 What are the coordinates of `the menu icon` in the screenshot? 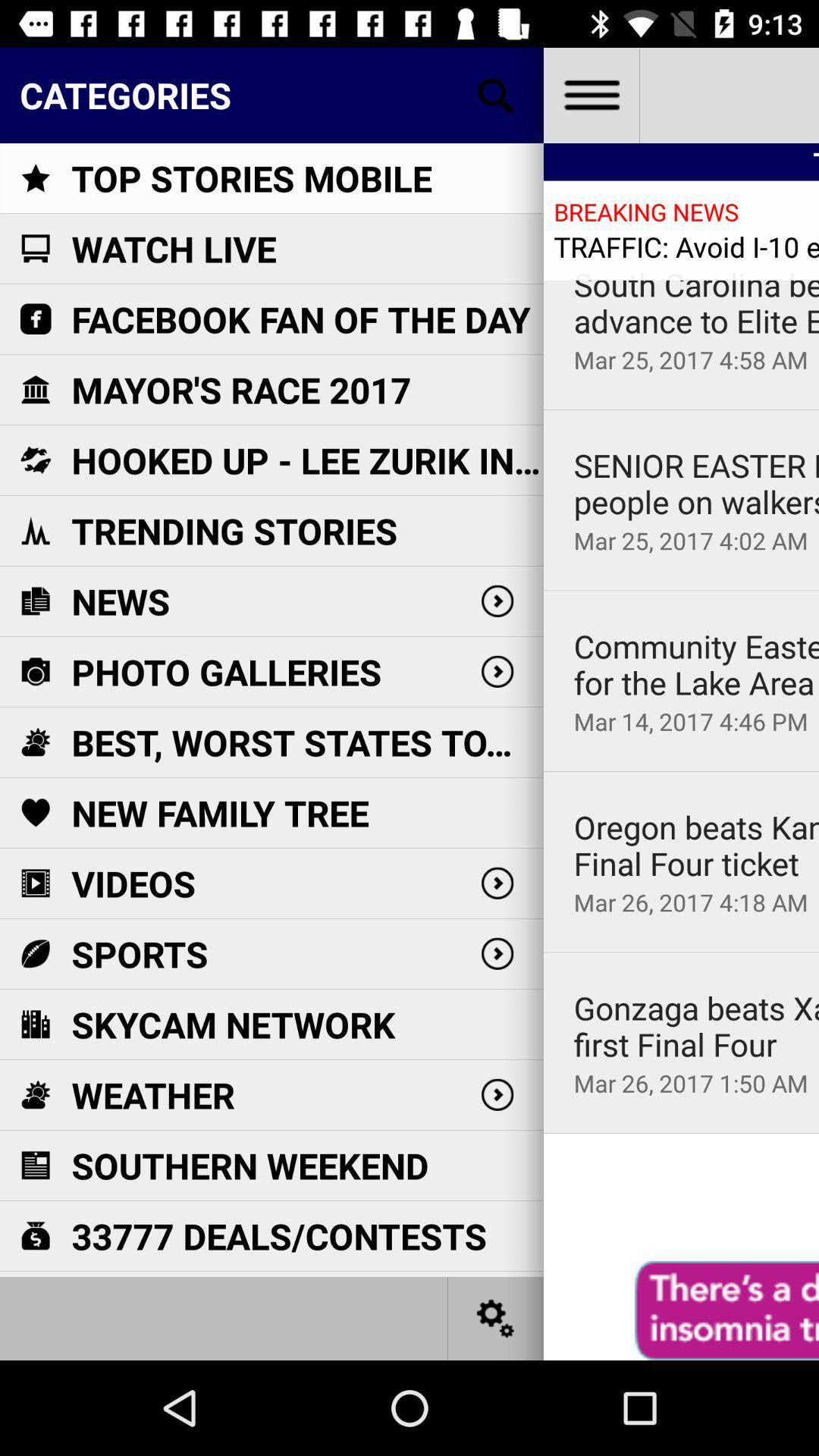 It's located at (590, 94).